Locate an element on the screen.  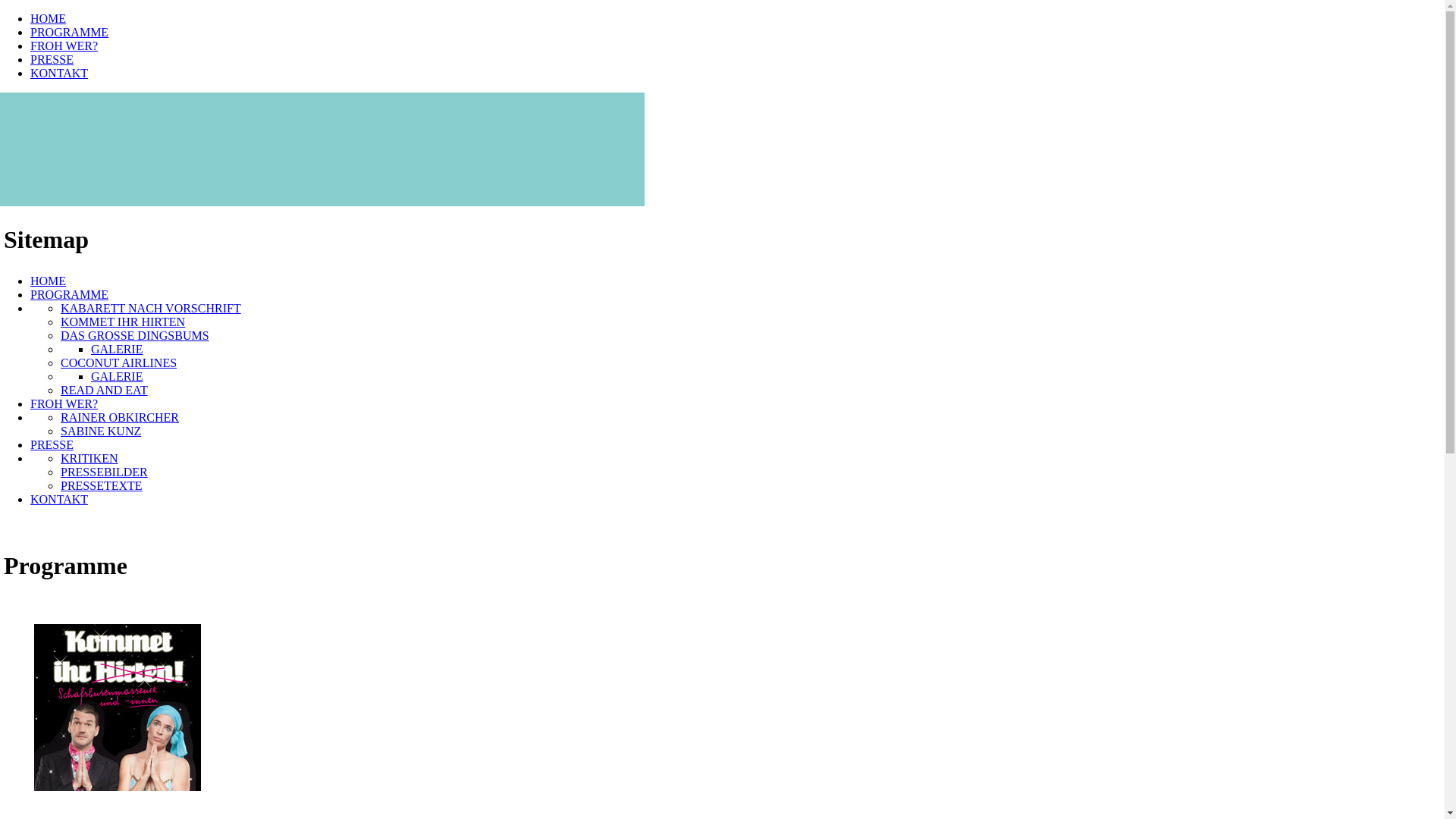
'KONTAKT' is located at coordinates (58, 499).